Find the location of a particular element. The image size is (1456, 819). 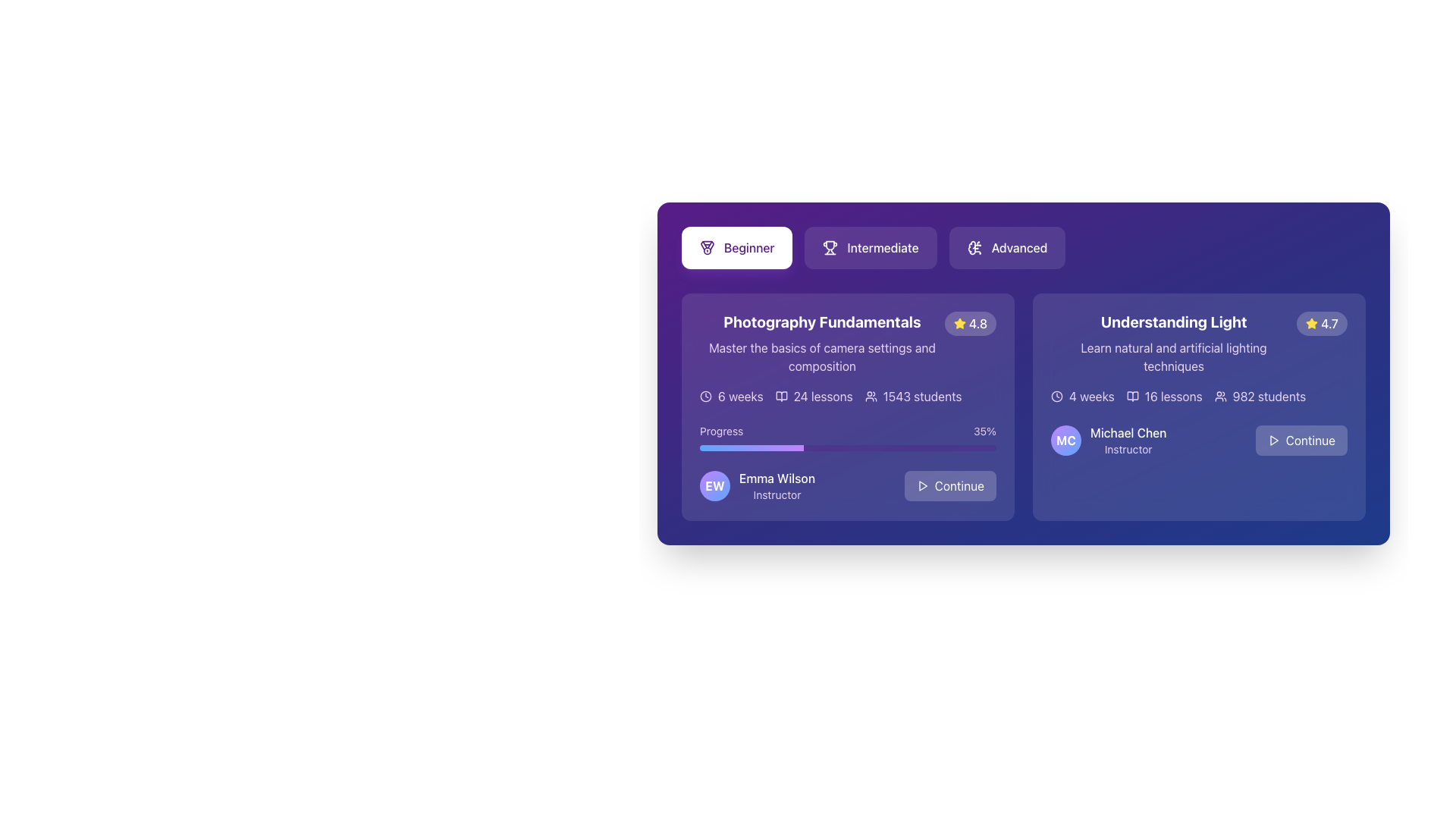

the decorative icon indicating the 'Beginner' status located in the 'Beginner' tab, positioned to the left of the text 'Beginner' is located at coordinates (706, 247).